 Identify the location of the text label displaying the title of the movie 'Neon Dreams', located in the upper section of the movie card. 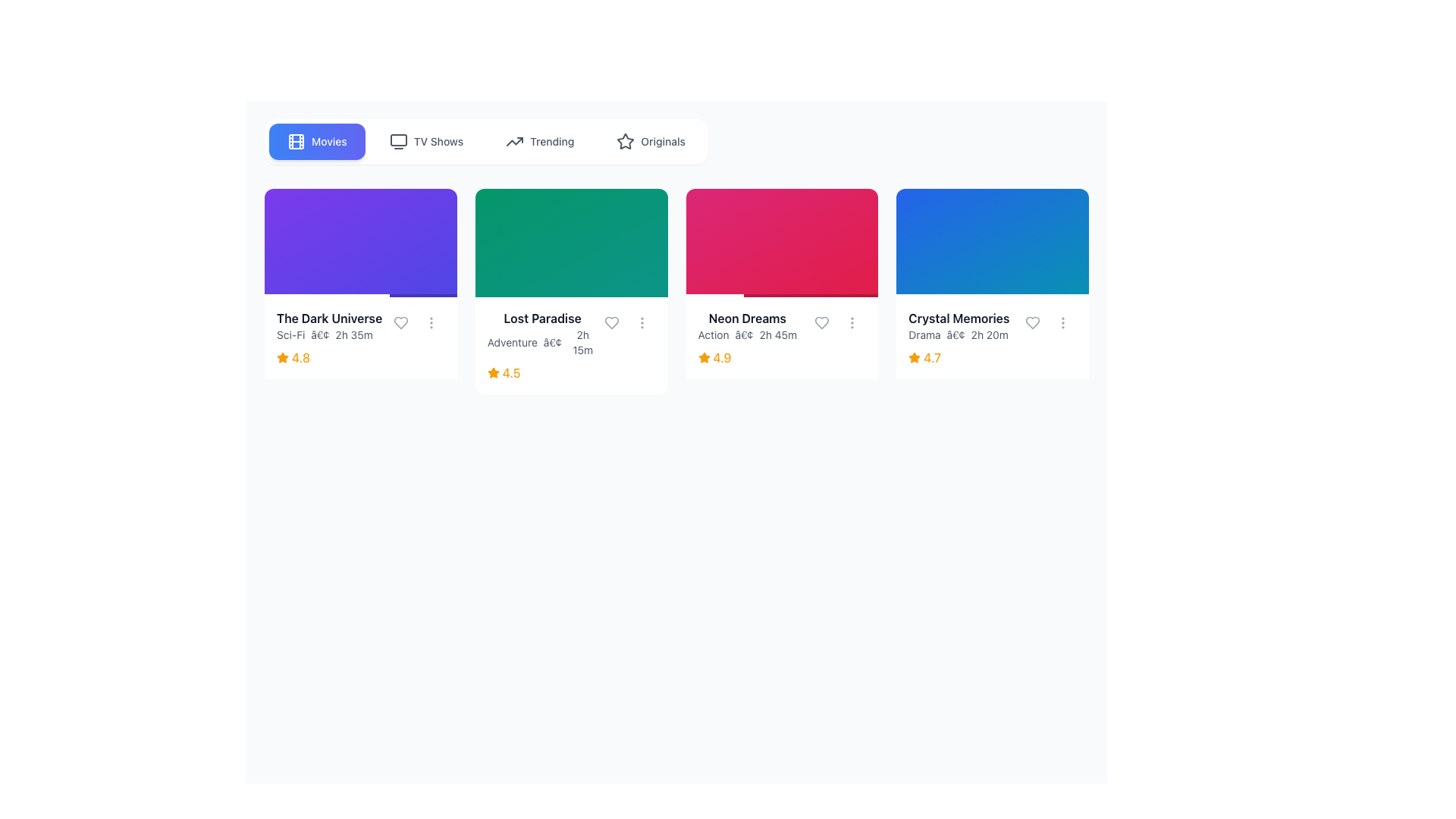
(747, 317).